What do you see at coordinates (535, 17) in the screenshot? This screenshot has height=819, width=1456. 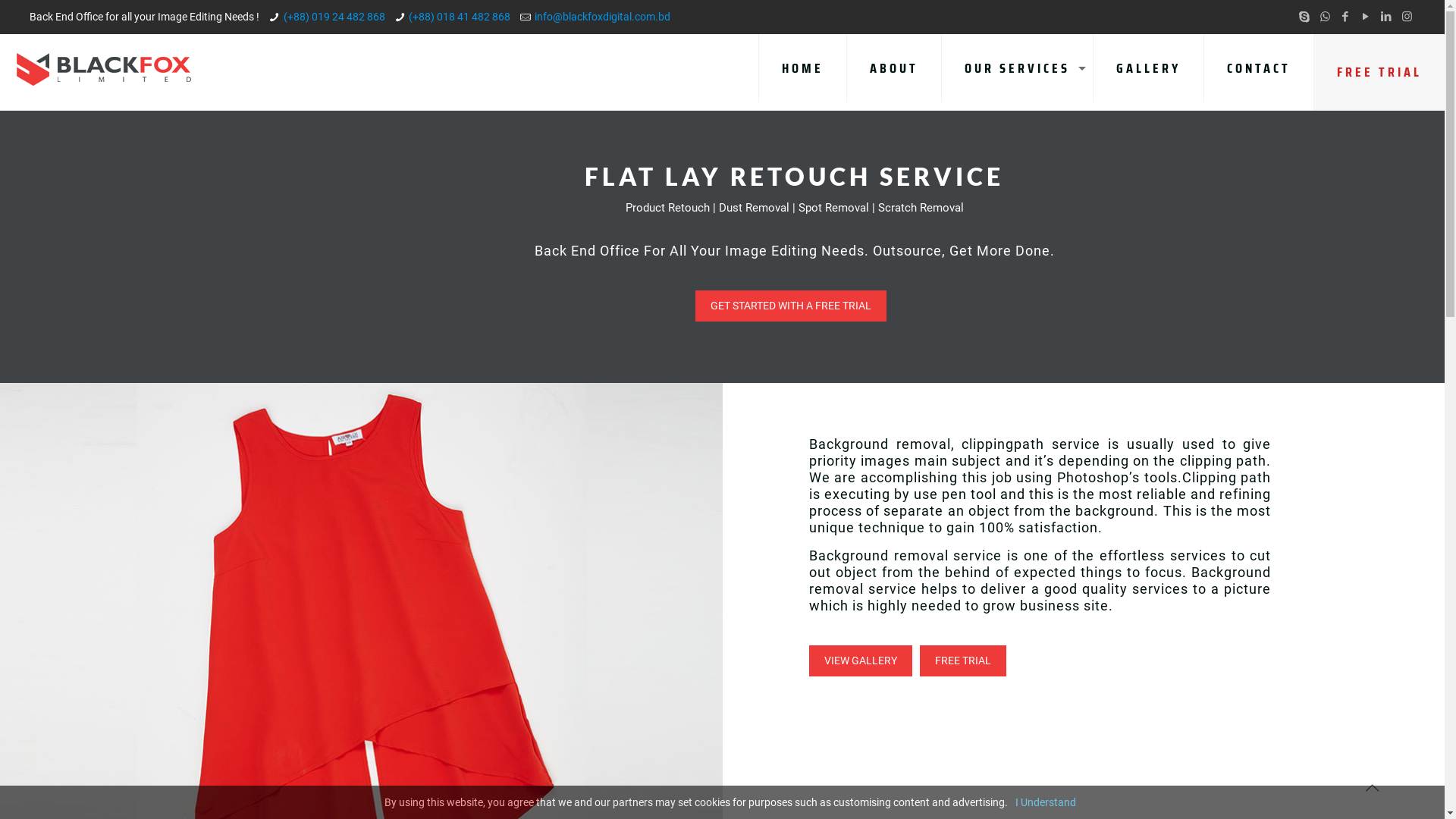 I see `'info@blackfoxdigital.com.bd'` at bounding box center [535, 17].